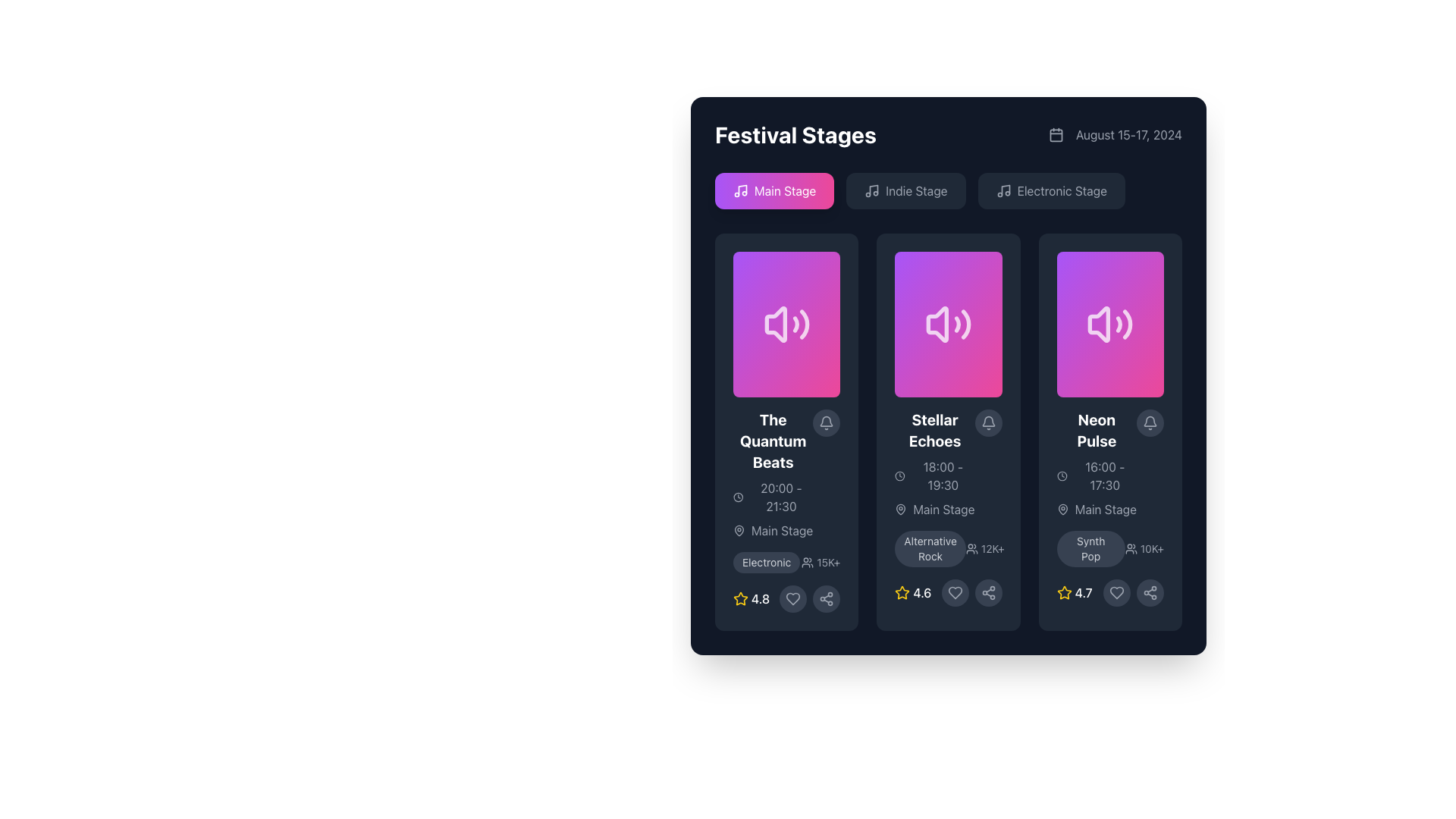 This screenshot has height=819, width=1456. I want to click on the compact label with the text 'Electronic' and the adjacent user icon with '15K+' in the first card of 'The Quantum Beats' located at the bottom-left, so click(786, 562).